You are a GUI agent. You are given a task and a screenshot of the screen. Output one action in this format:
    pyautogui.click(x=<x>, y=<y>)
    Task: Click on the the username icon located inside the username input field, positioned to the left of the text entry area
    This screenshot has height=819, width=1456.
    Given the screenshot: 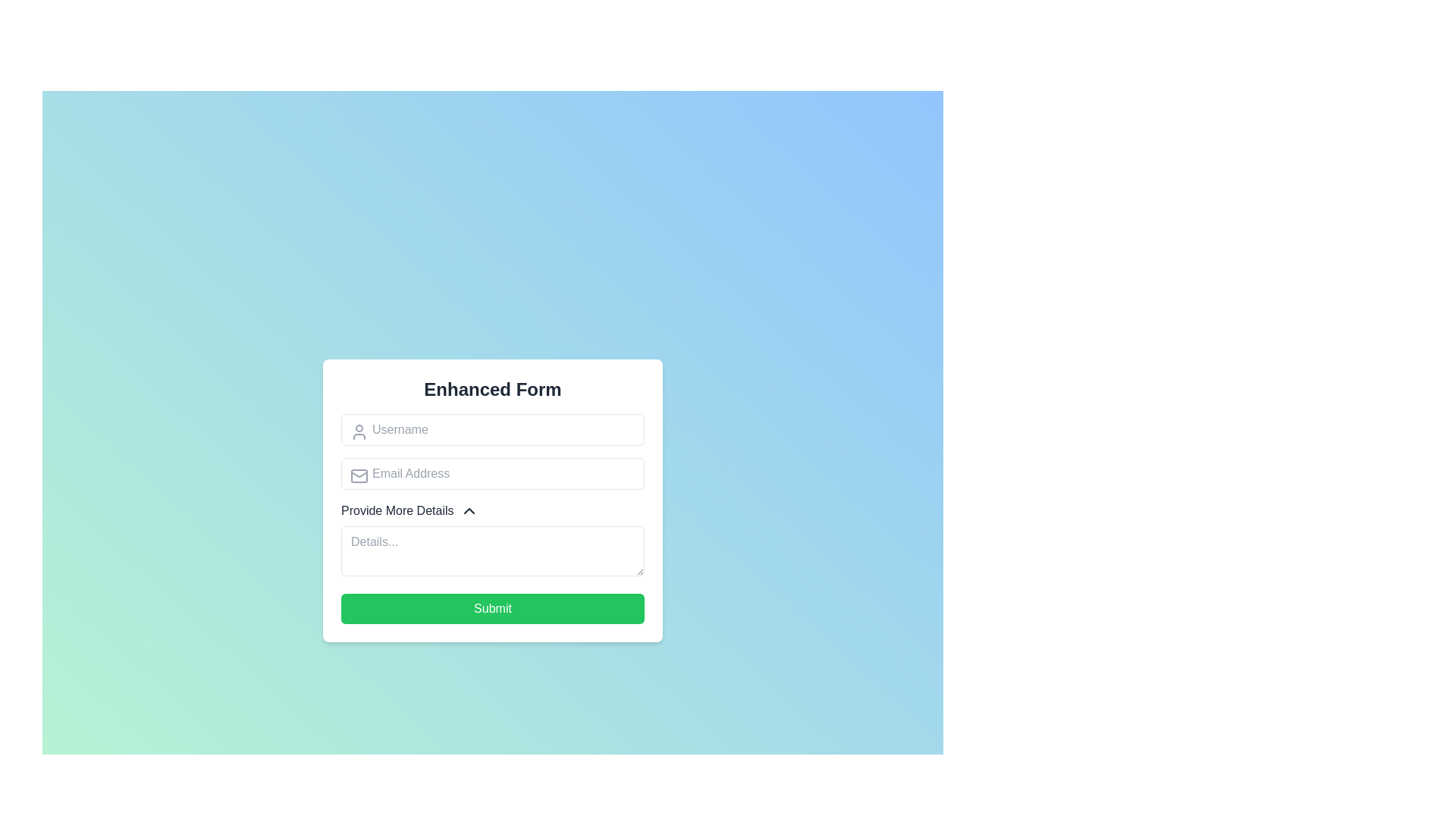 What is the action you would take?
    pyautogui.click(x=359, y=431)
    